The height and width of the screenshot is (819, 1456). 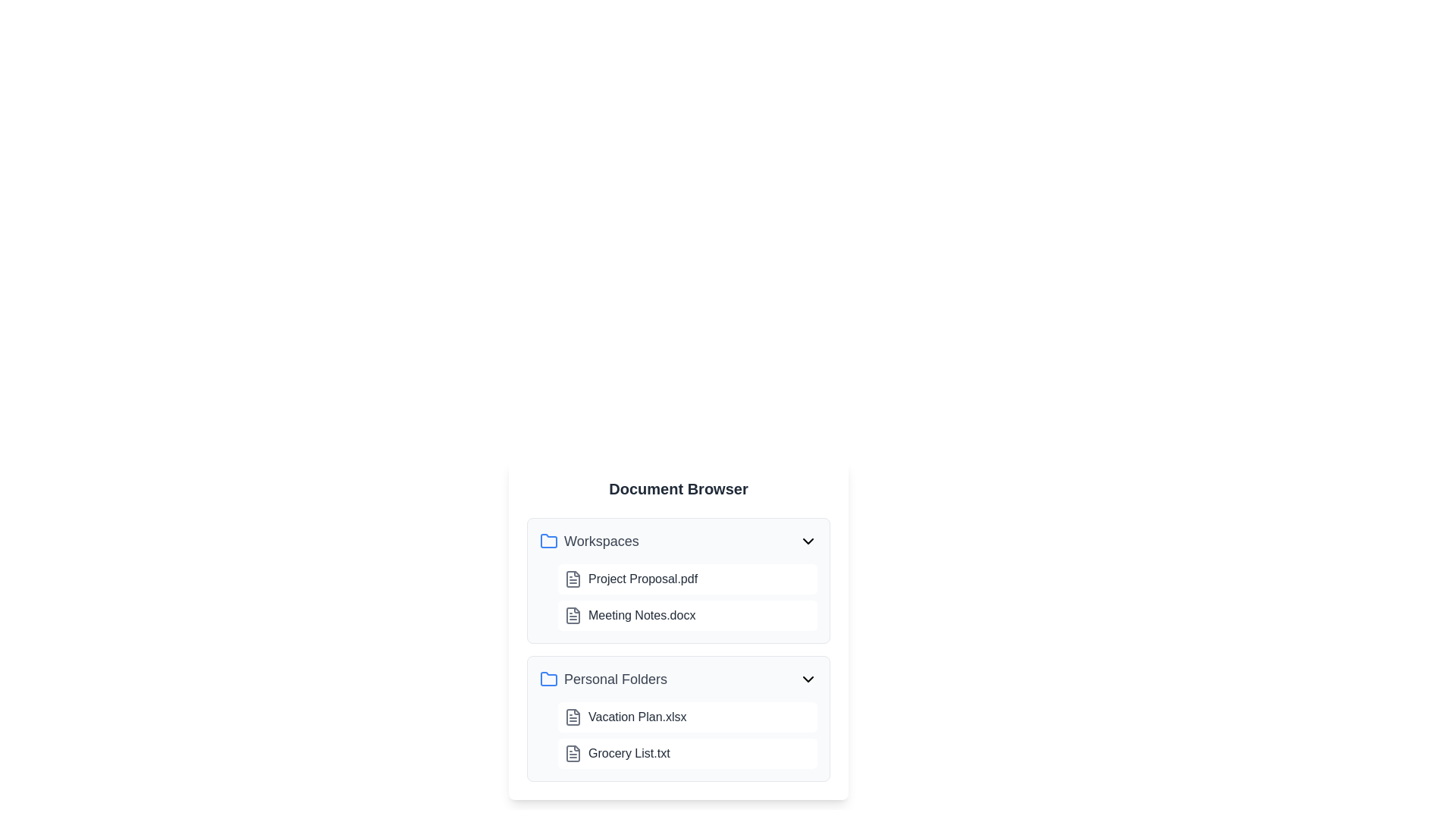 I want to click on the blue folder icon located to the left of the 'Workspaces' label in the Document Browser application, so click(x=548, y=540).